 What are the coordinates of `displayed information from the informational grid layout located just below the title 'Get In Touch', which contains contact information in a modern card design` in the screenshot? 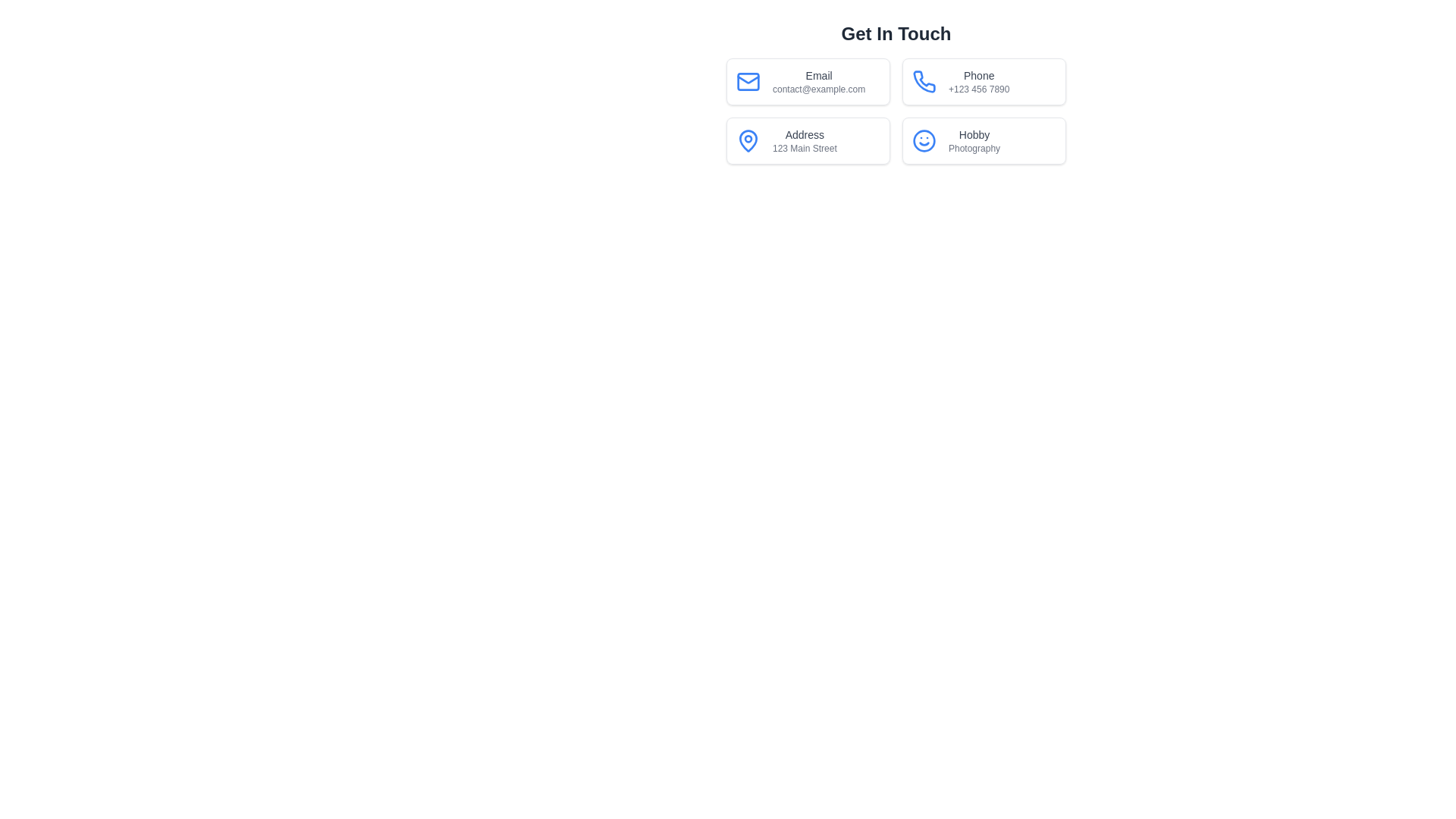 It's located at (896, 93).